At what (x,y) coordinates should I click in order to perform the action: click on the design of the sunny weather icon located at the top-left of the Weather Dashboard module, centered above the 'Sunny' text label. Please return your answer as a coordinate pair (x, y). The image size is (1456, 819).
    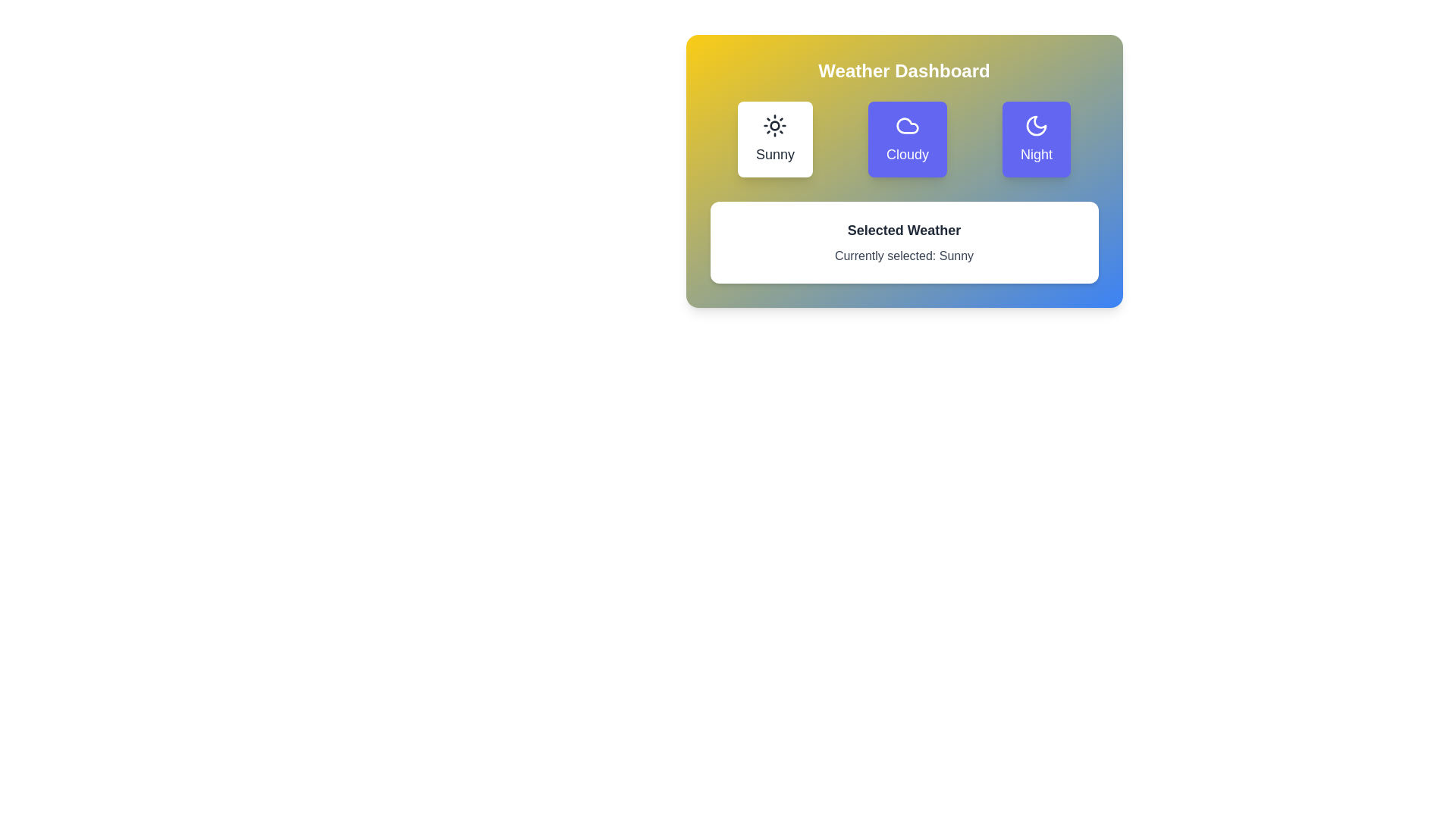
    Looking at the image, I should click on (775, 124).